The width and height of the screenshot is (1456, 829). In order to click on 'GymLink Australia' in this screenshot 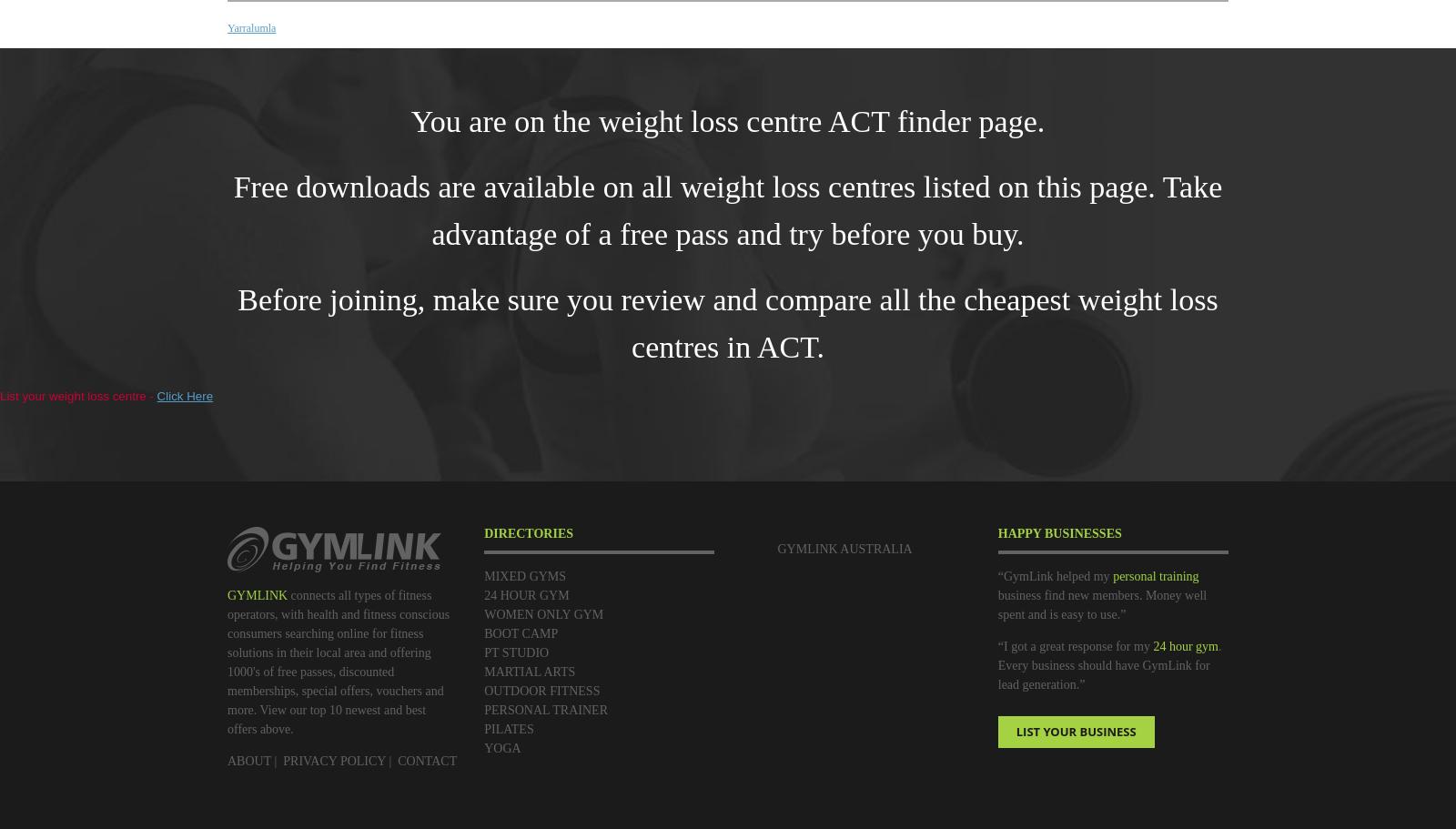, I will do `click(843, 547)`.